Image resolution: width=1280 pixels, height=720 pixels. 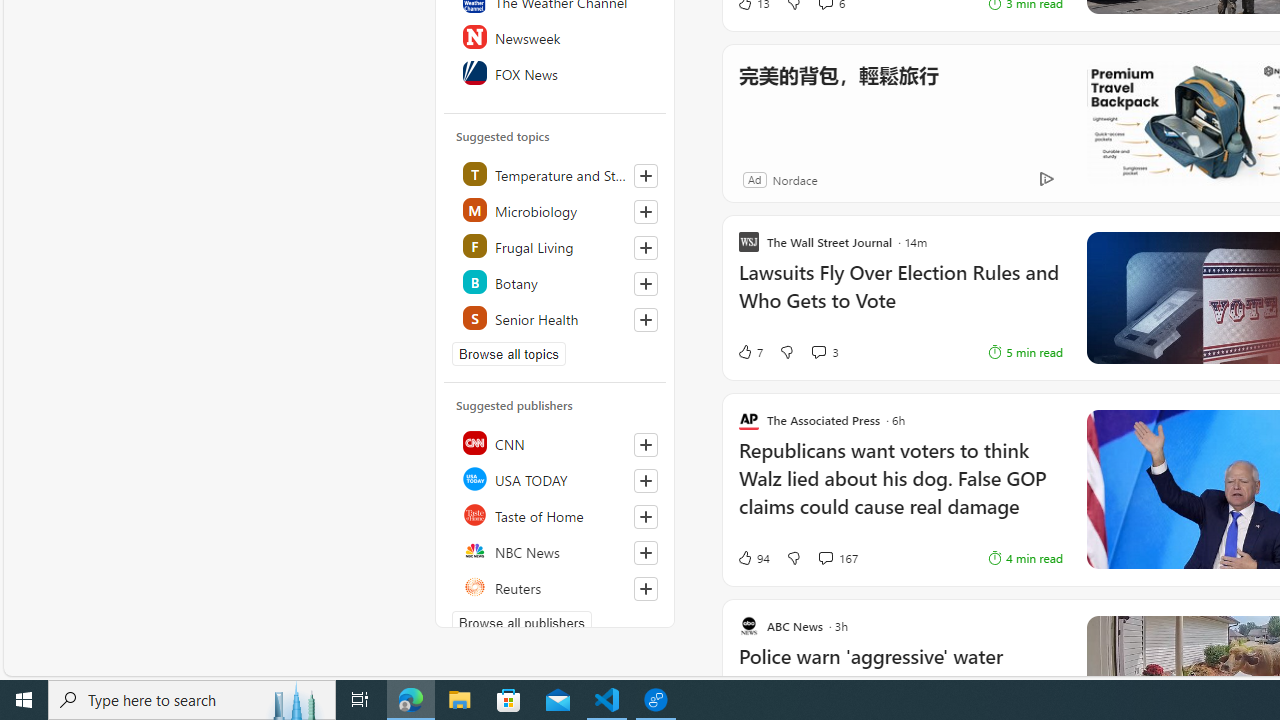 What do you see at coordinates (645, 587) in the screenshot?
I see `'Follow this source'` at bounding box center [645, 587].